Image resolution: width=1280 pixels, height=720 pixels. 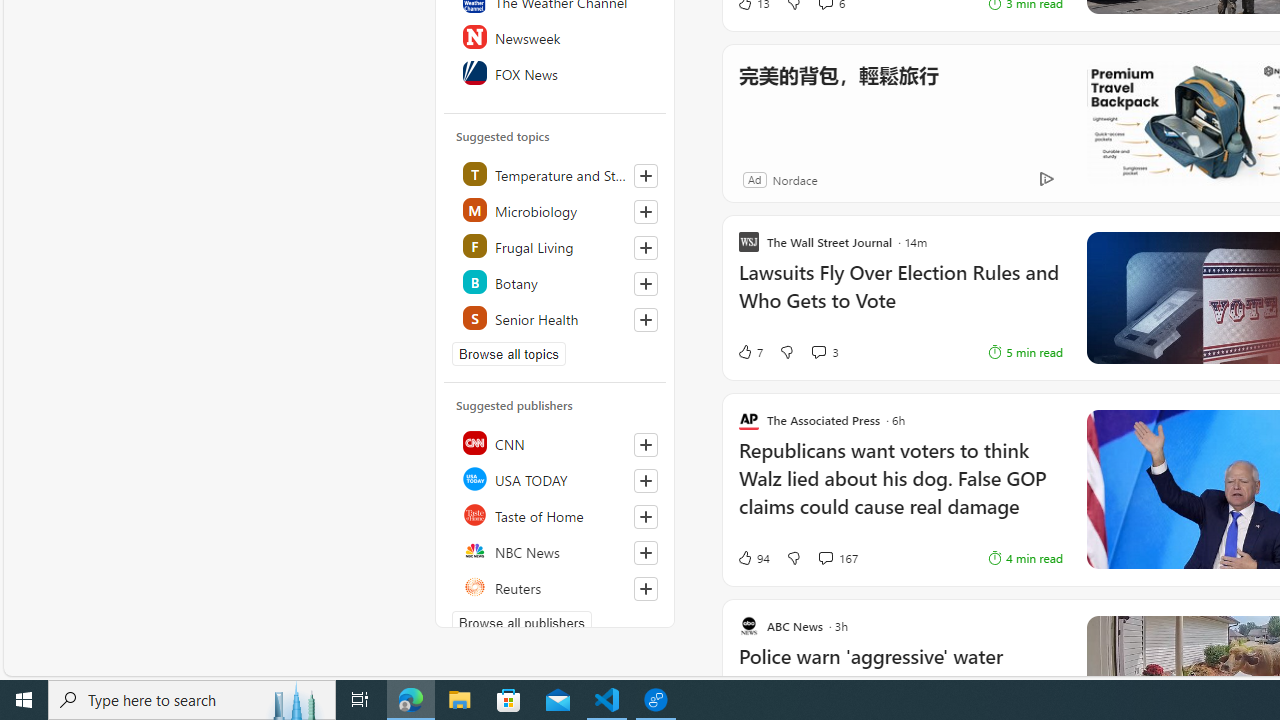 What do you see at coordinates (645, 587) in the screenshot?
I see `'Follow this source'` at bounding box center [645, 587].